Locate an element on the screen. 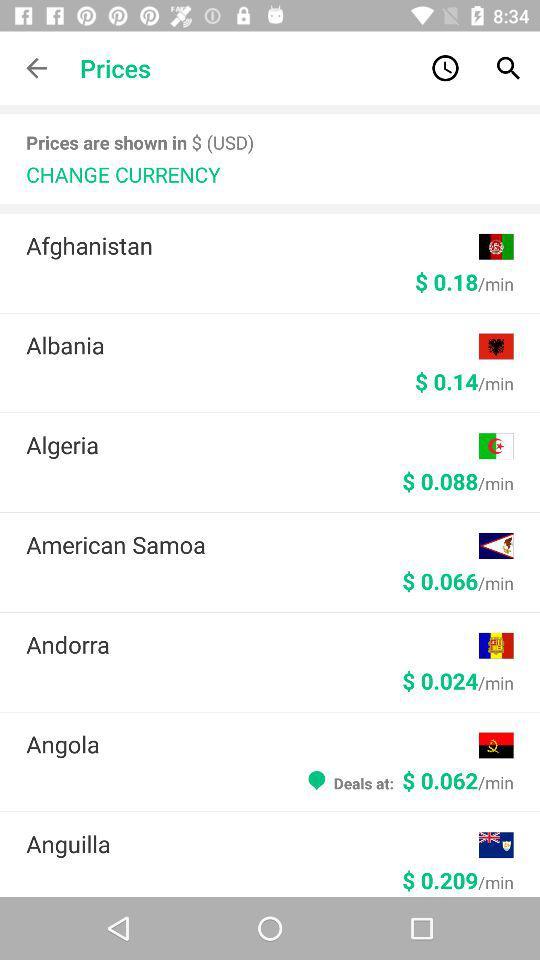 The width and height of the screenshot is (540, 960). the icon above the $ 0.14/min is located at coordinates (252, 345).